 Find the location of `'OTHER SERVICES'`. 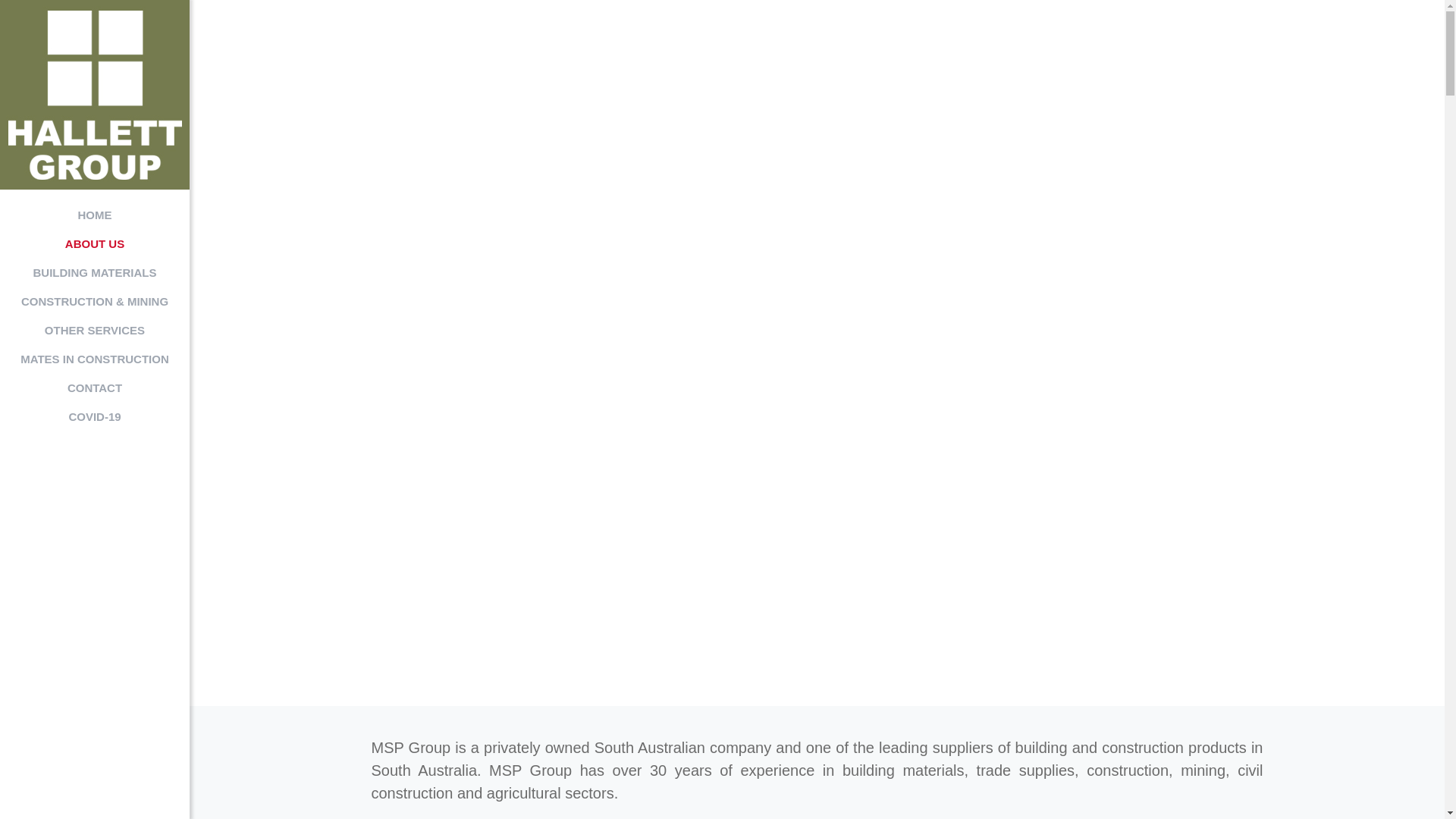

'OTHER SERVICES' is located at coordinates (93, 329).